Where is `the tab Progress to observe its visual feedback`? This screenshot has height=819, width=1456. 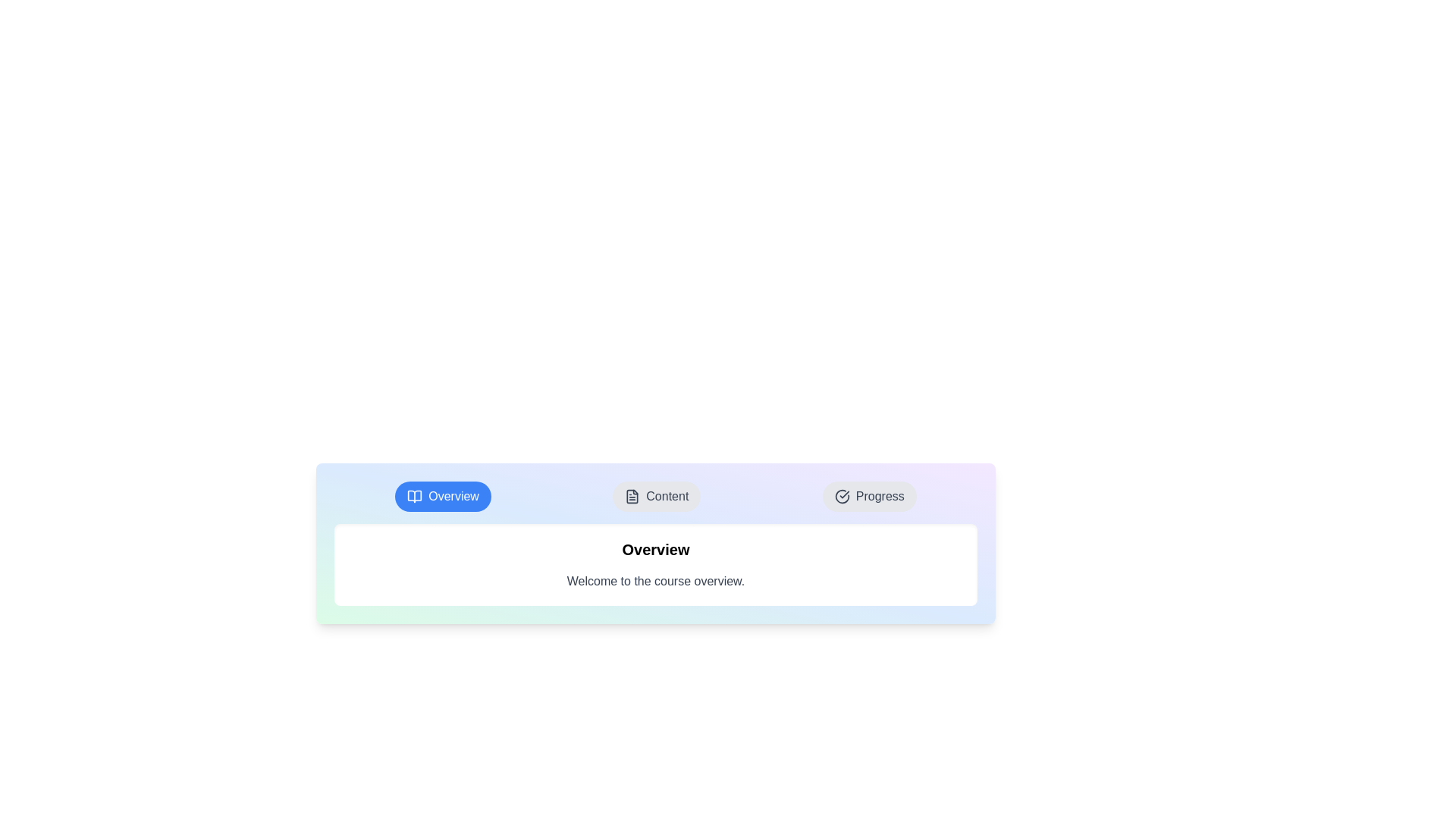
the tab Progress to observe its visual feedback is located at coordinates (869, 497).